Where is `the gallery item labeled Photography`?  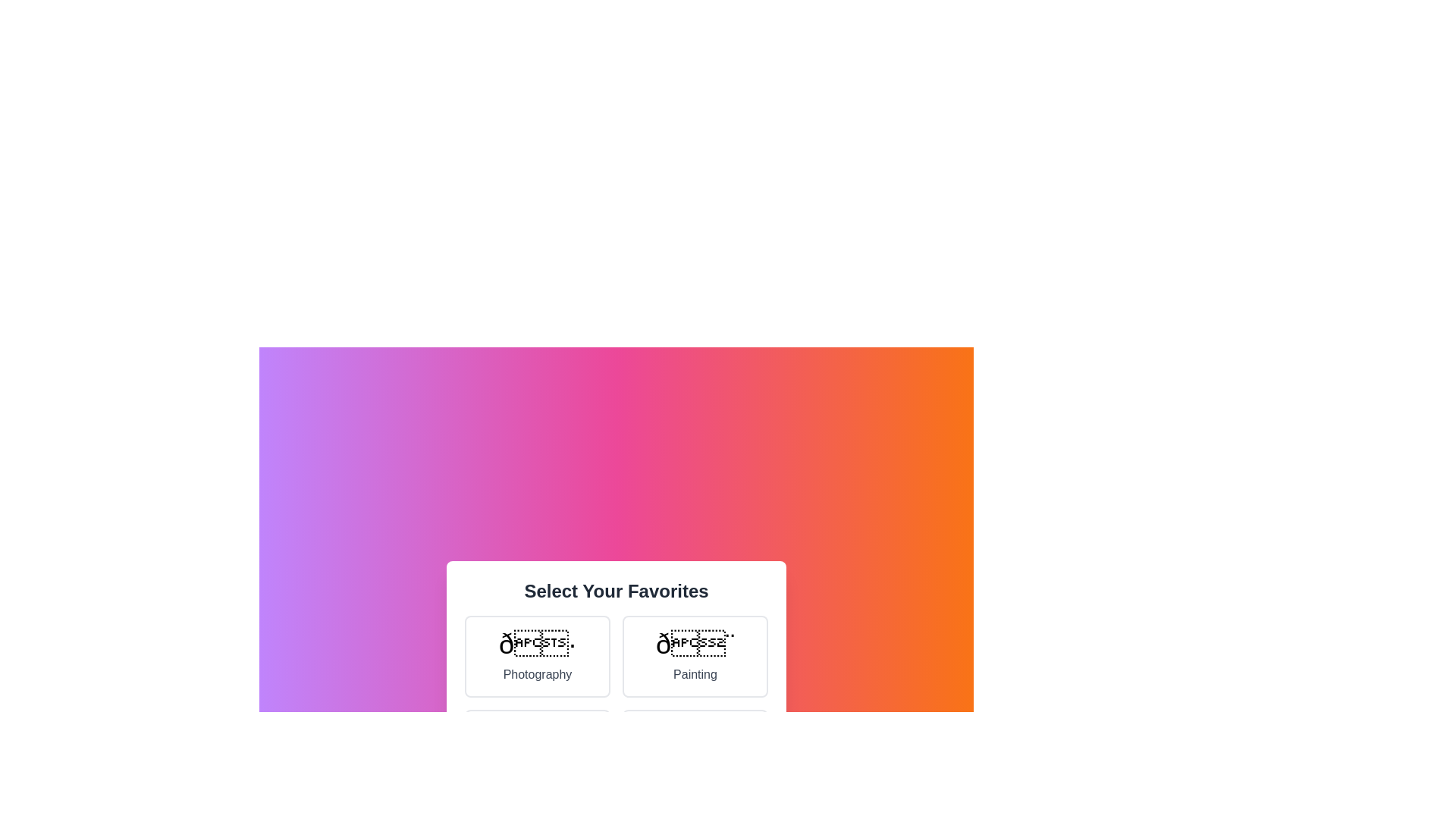
the gallery item labeled Photography is located at coordinates (538, 656).